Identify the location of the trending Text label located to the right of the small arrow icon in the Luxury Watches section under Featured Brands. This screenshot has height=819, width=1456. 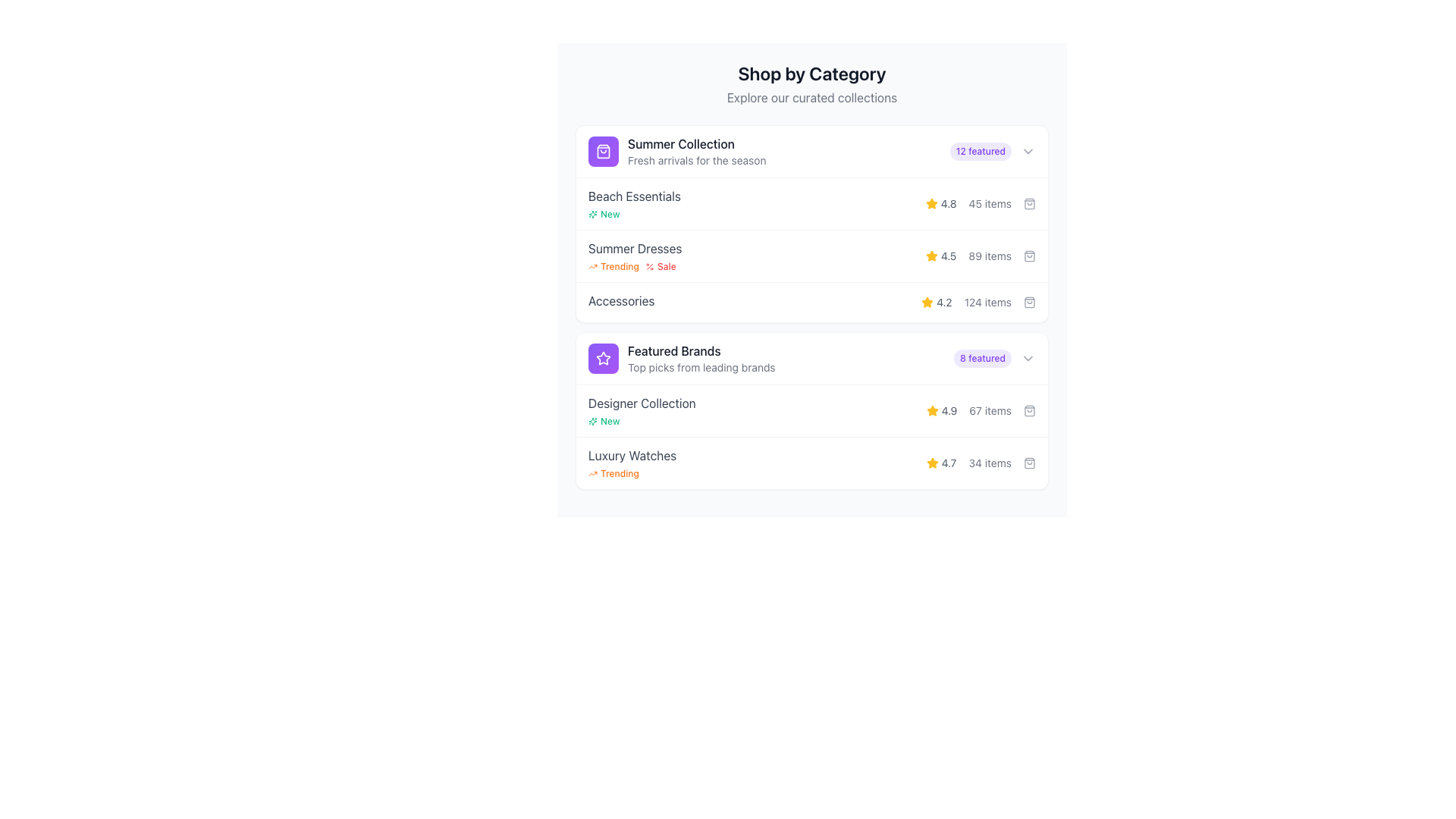
(620, 472).